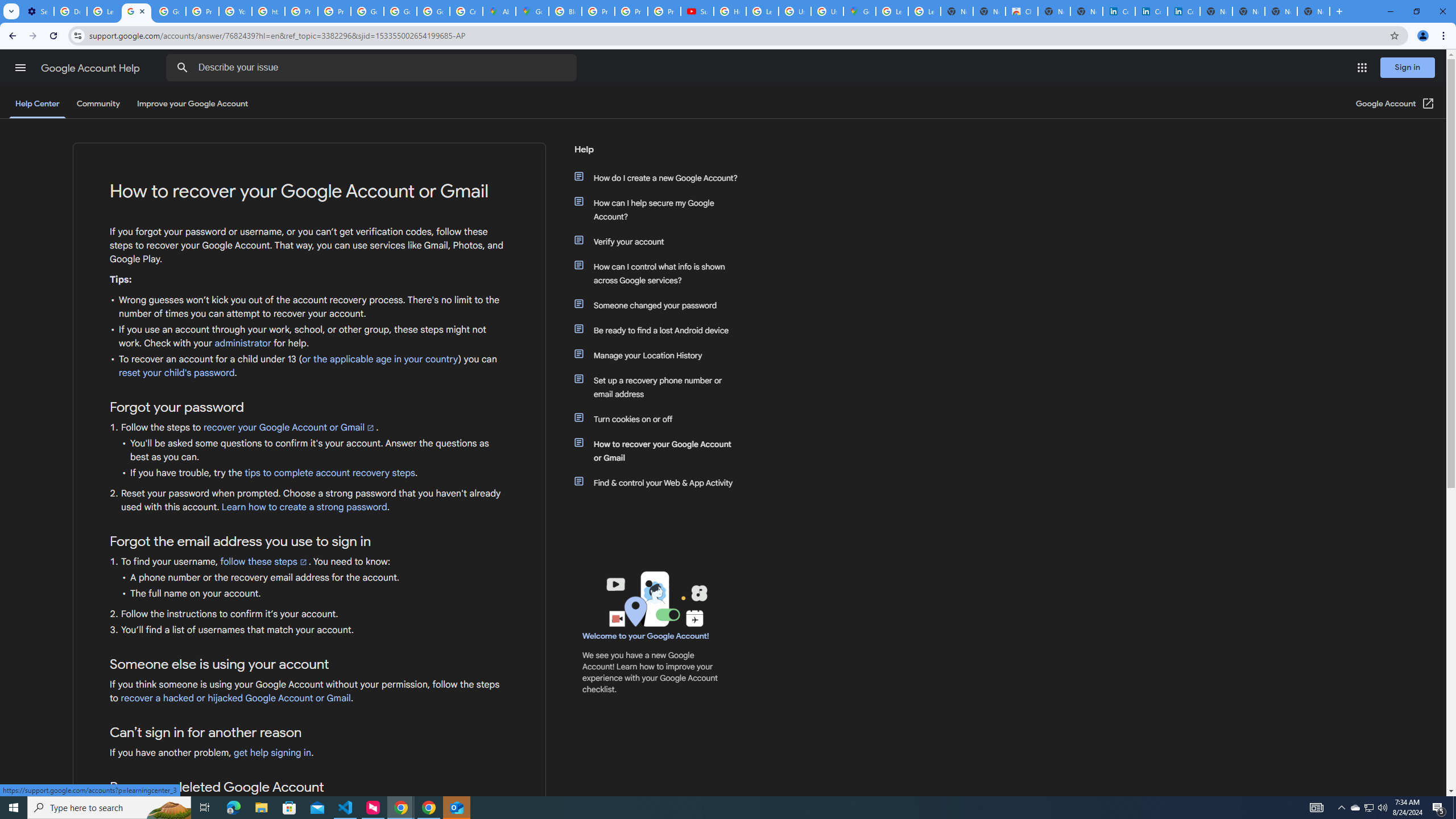  Describe the element at coordinates (91, 68) in the screenshot. I see `'Google Account Help'` at that location.